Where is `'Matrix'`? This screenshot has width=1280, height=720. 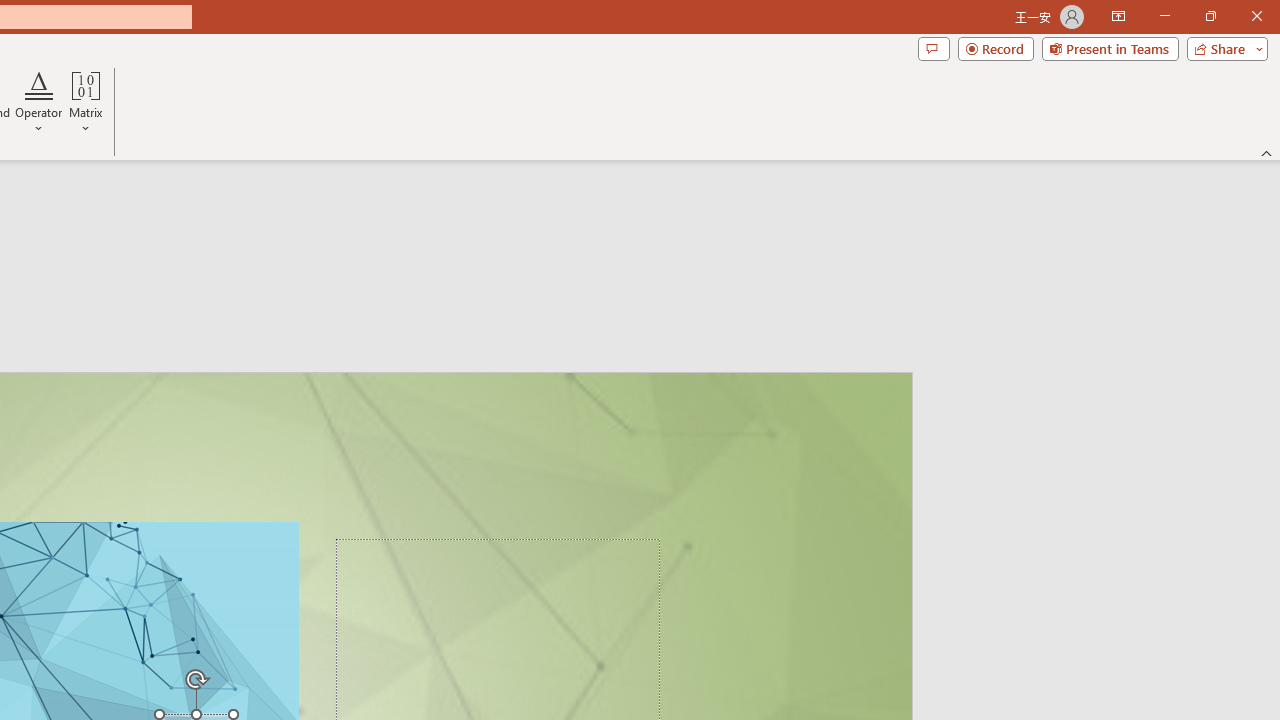
'Matrix' is located at coordinates (85, 103).